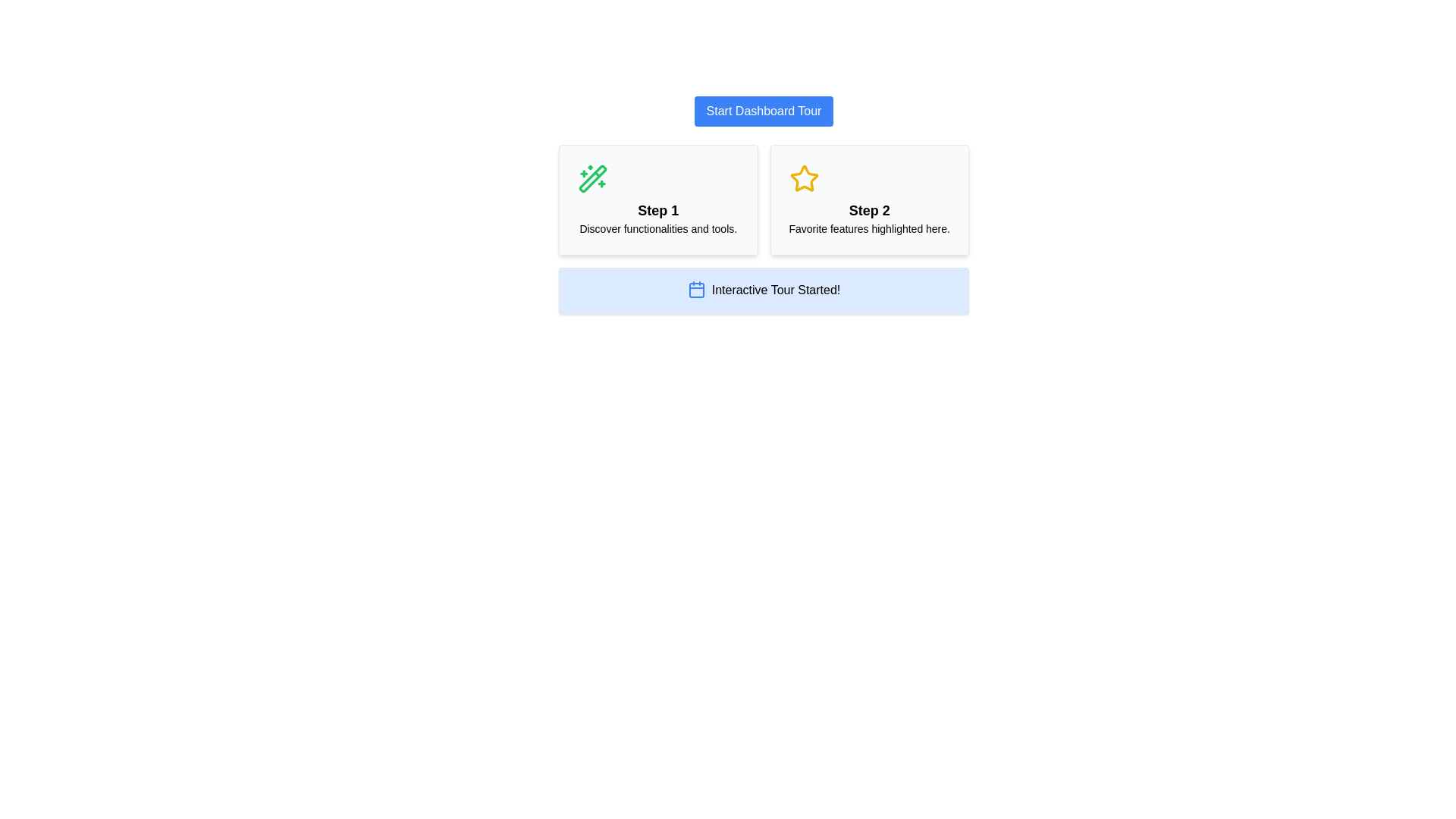 The image size is (1456, 819). Describe the element at coordinates (869, 199) in the screenshot. I see `text information from the second tutorial card that highlights favorite features, located in the grid layout to the right of 'Step 1'` at that location.